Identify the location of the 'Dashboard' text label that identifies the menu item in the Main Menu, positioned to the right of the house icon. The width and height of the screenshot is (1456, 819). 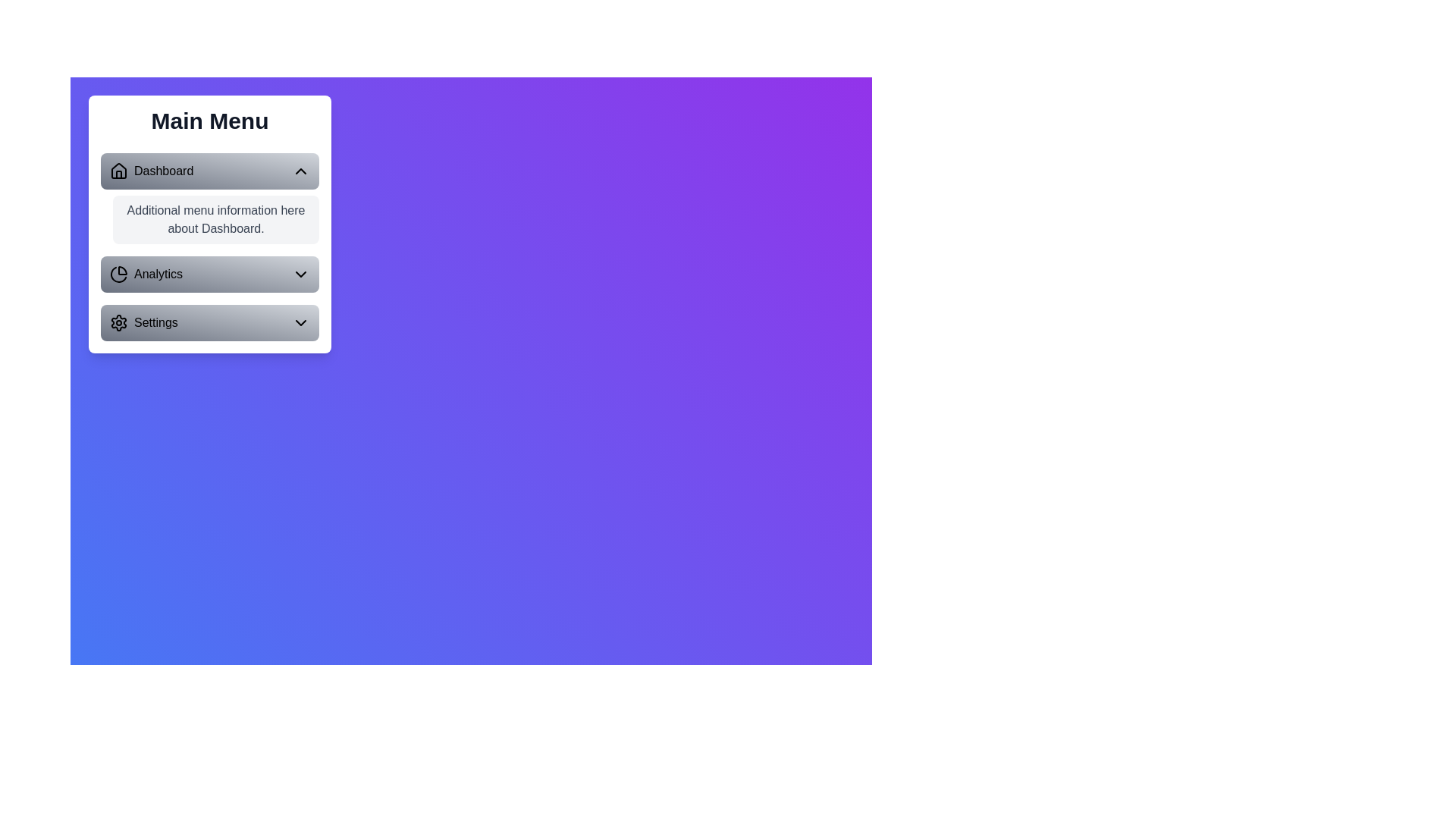
(164, 171).